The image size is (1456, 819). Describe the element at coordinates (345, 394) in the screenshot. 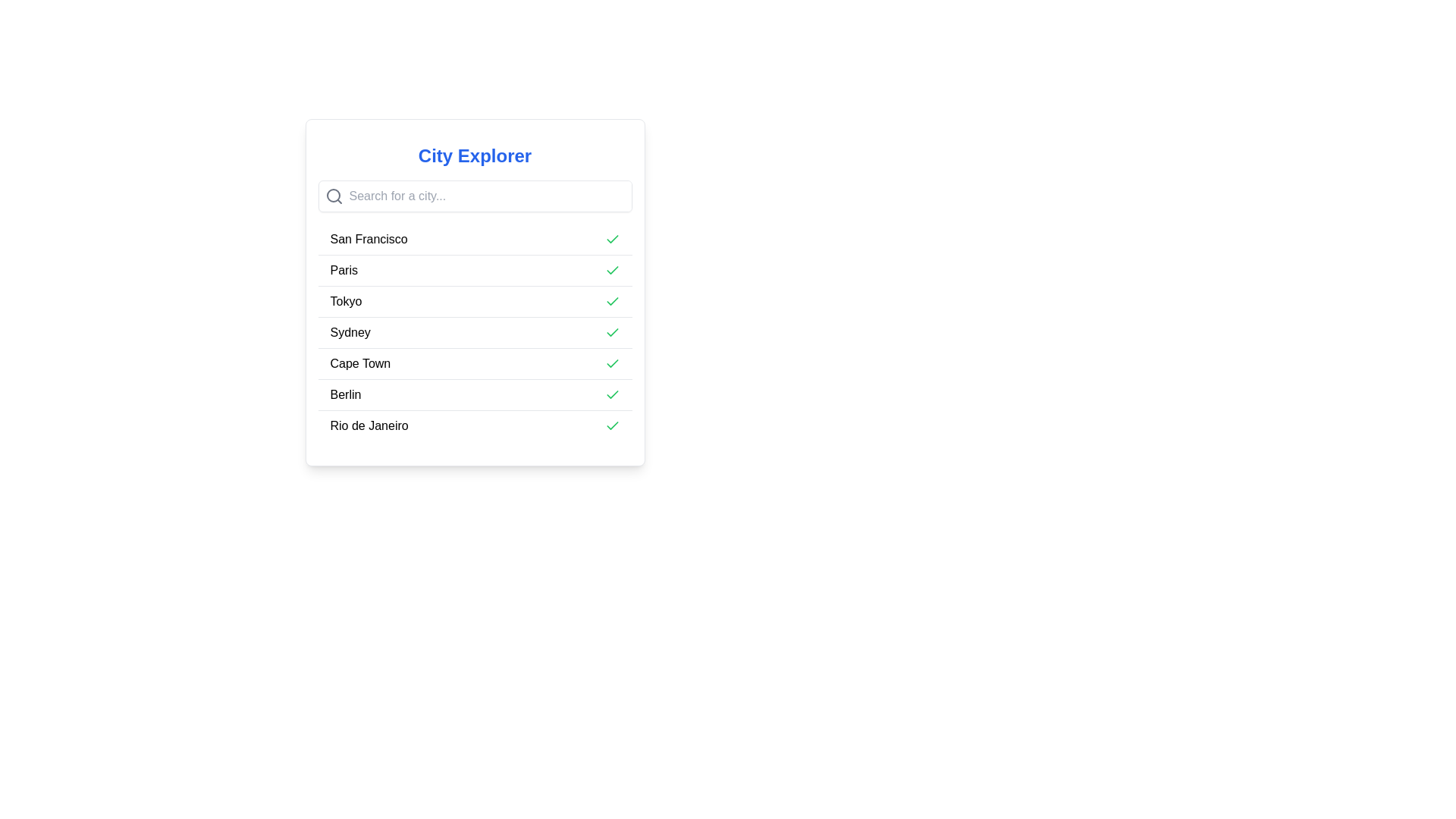

I see `the static text label displaying 'Berlin', which is part of the selectable list of cities under the 'City Explorer' header` at that location.